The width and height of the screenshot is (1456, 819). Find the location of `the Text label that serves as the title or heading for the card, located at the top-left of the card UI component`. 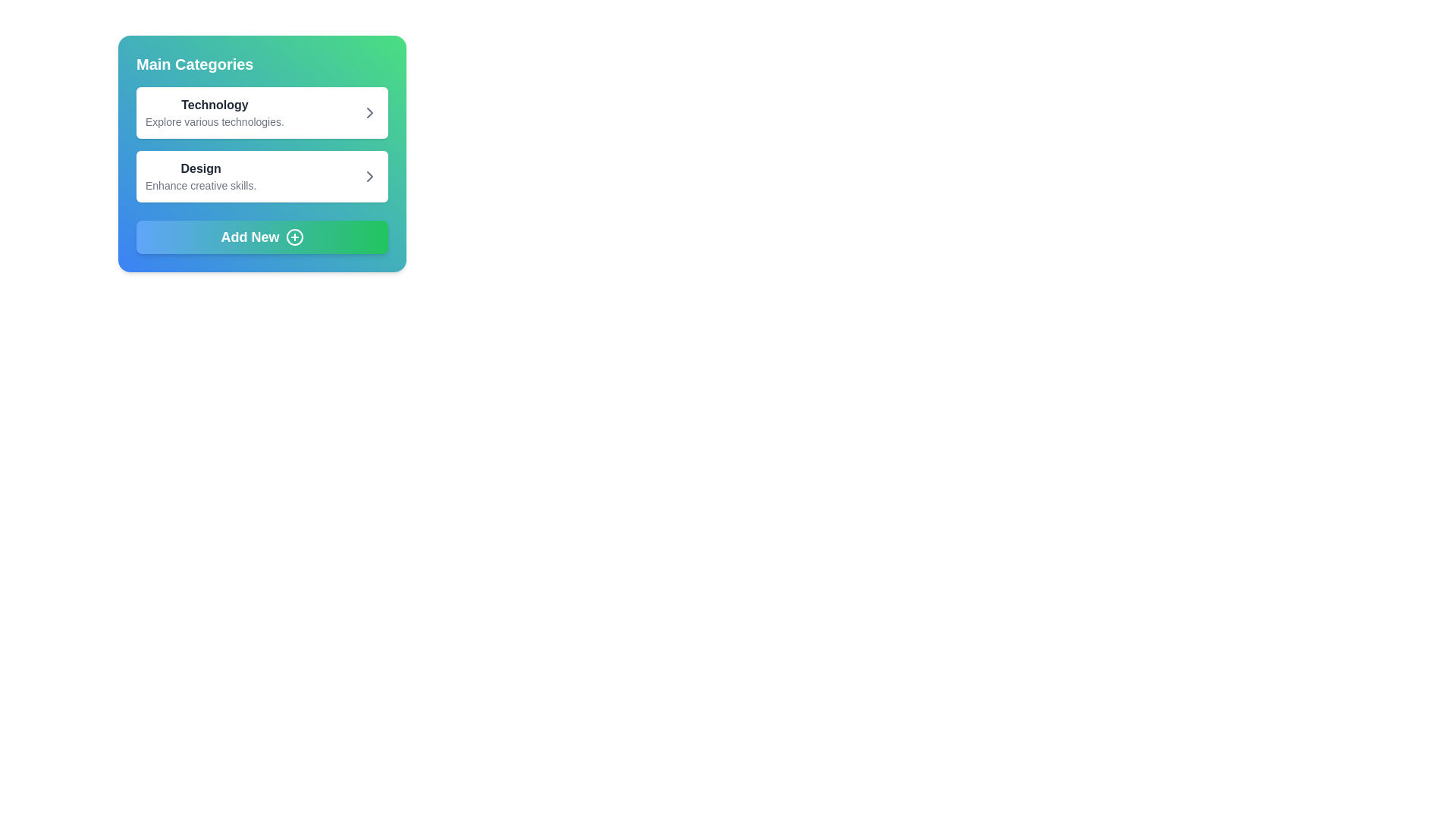

the Text label that serves as the title or heading for the card, located at the top-left of the card UI component is located at coordinates (194, 63).